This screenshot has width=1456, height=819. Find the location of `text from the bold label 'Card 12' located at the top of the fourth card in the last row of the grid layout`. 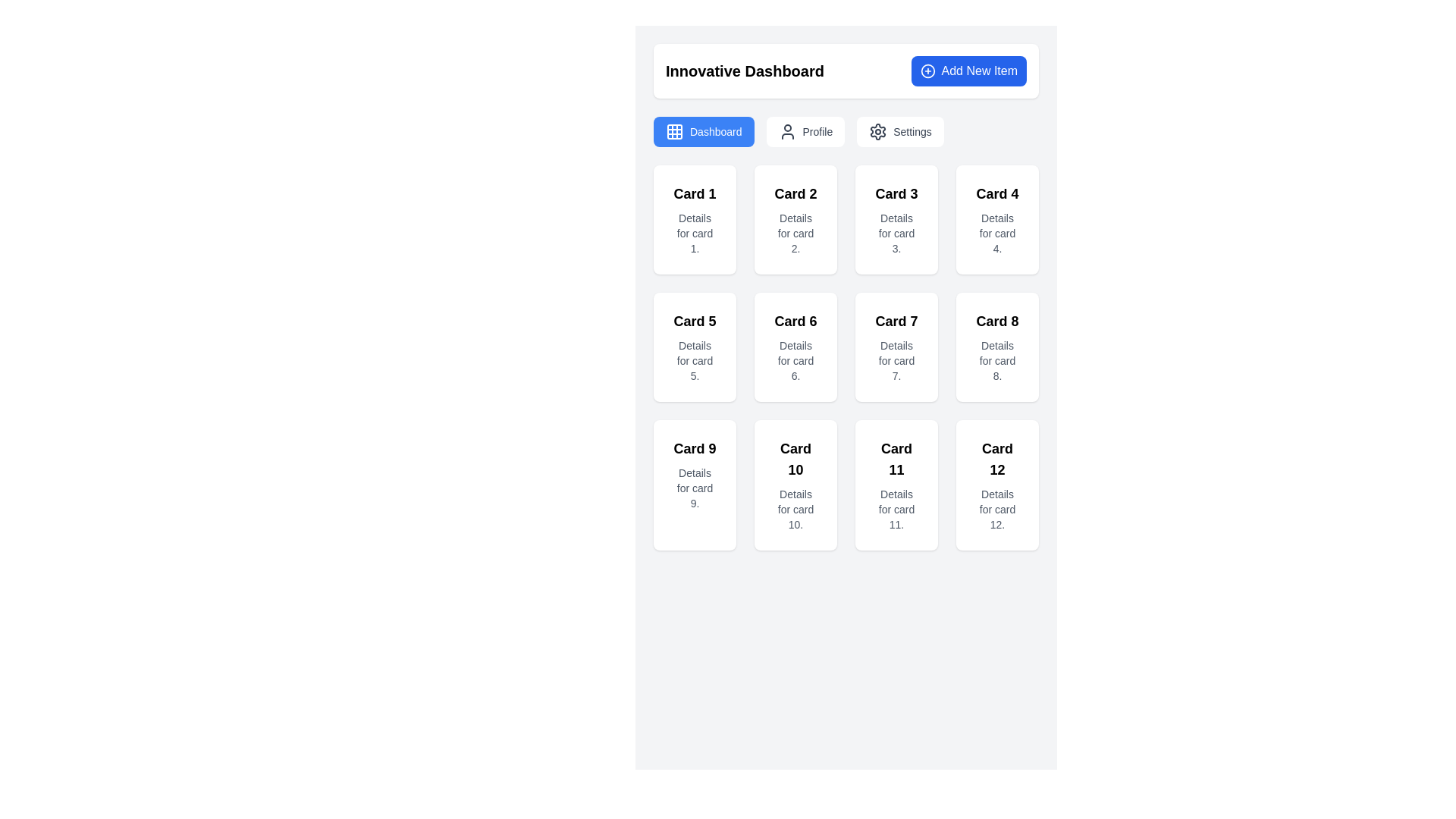

text from the bold label 'Card 12' located at the top of the fourth card in the last row of the grid layout is located at coordinates (997, 458).